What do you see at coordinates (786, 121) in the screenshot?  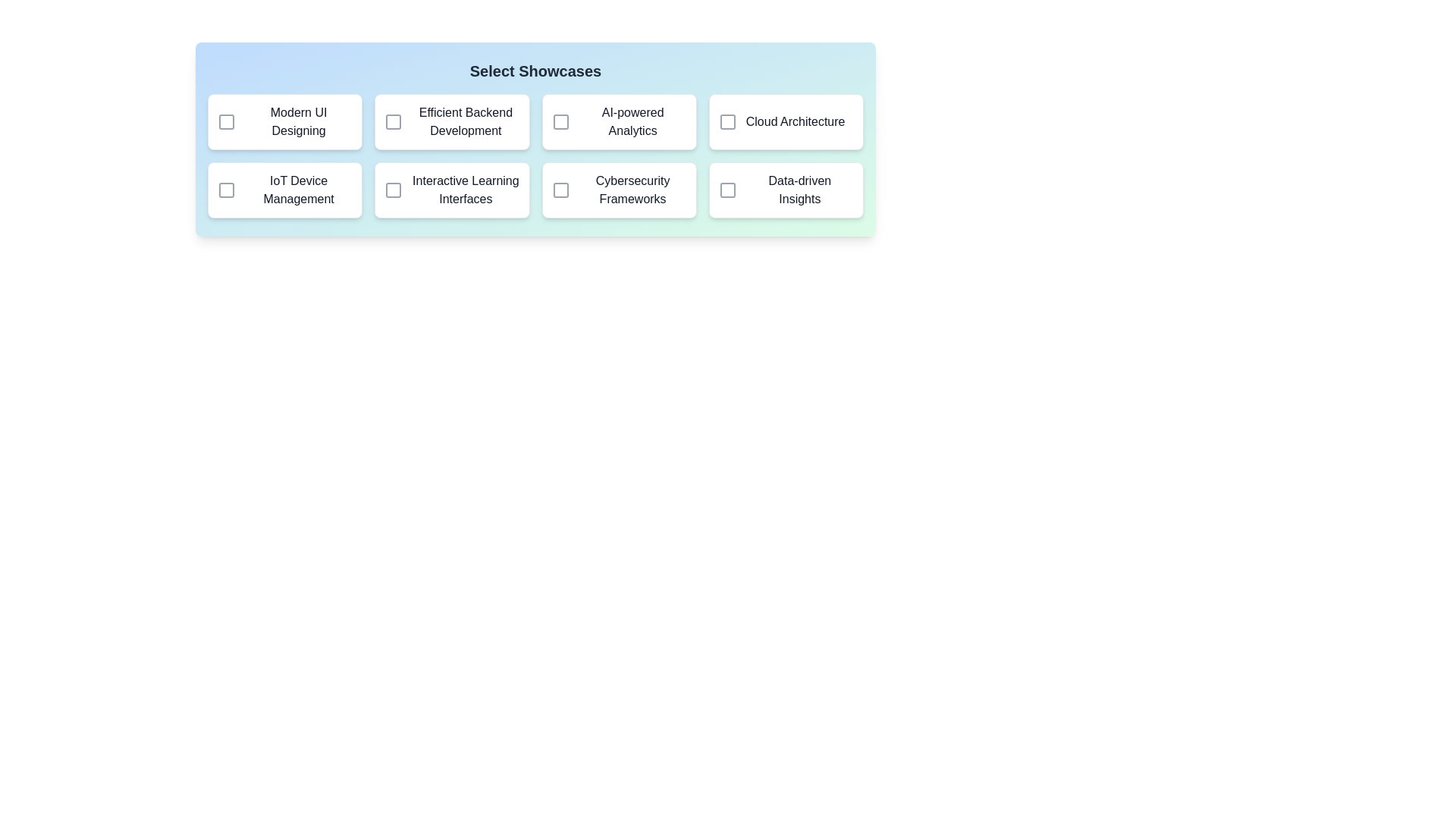 I see `the showcase item labeled 'Cloud Architecture' to observe the hover effect` at bounding box center [786, 121].